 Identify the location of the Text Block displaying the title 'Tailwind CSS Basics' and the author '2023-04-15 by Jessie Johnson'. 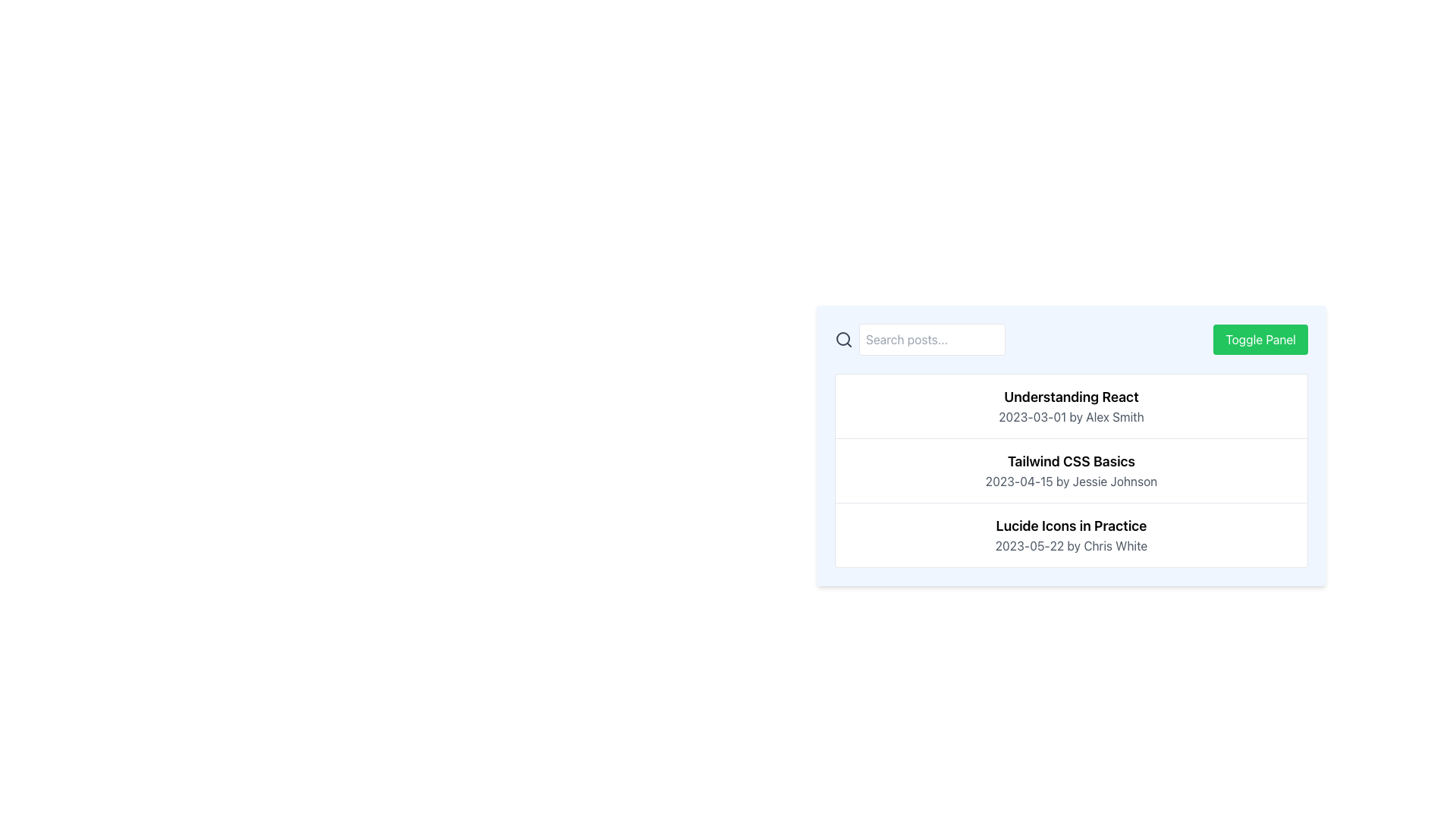
(1070, 469).